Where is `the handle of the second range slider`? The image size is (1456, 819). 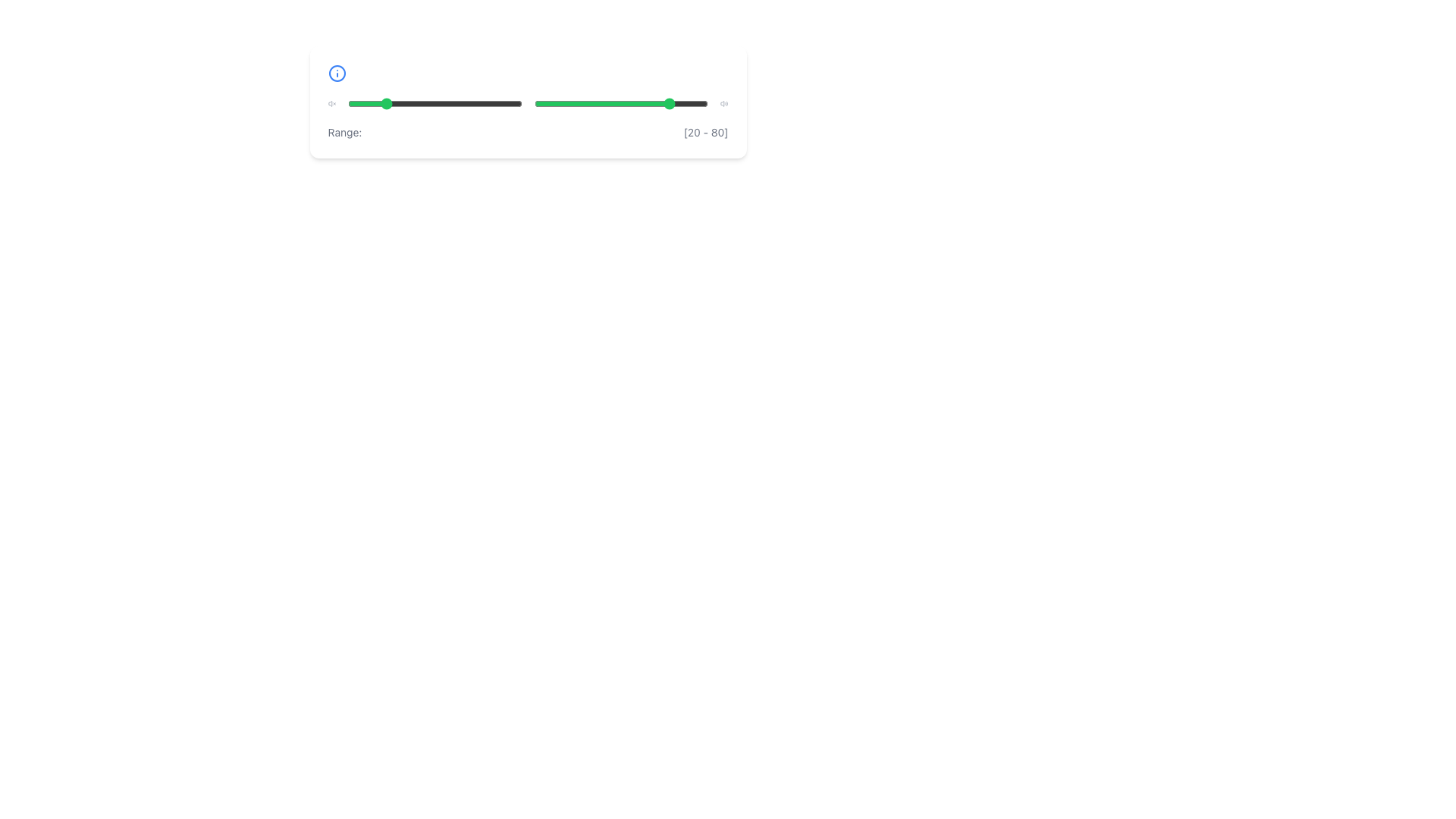
the handle of the second range slider is located at coordinates (621, 103).